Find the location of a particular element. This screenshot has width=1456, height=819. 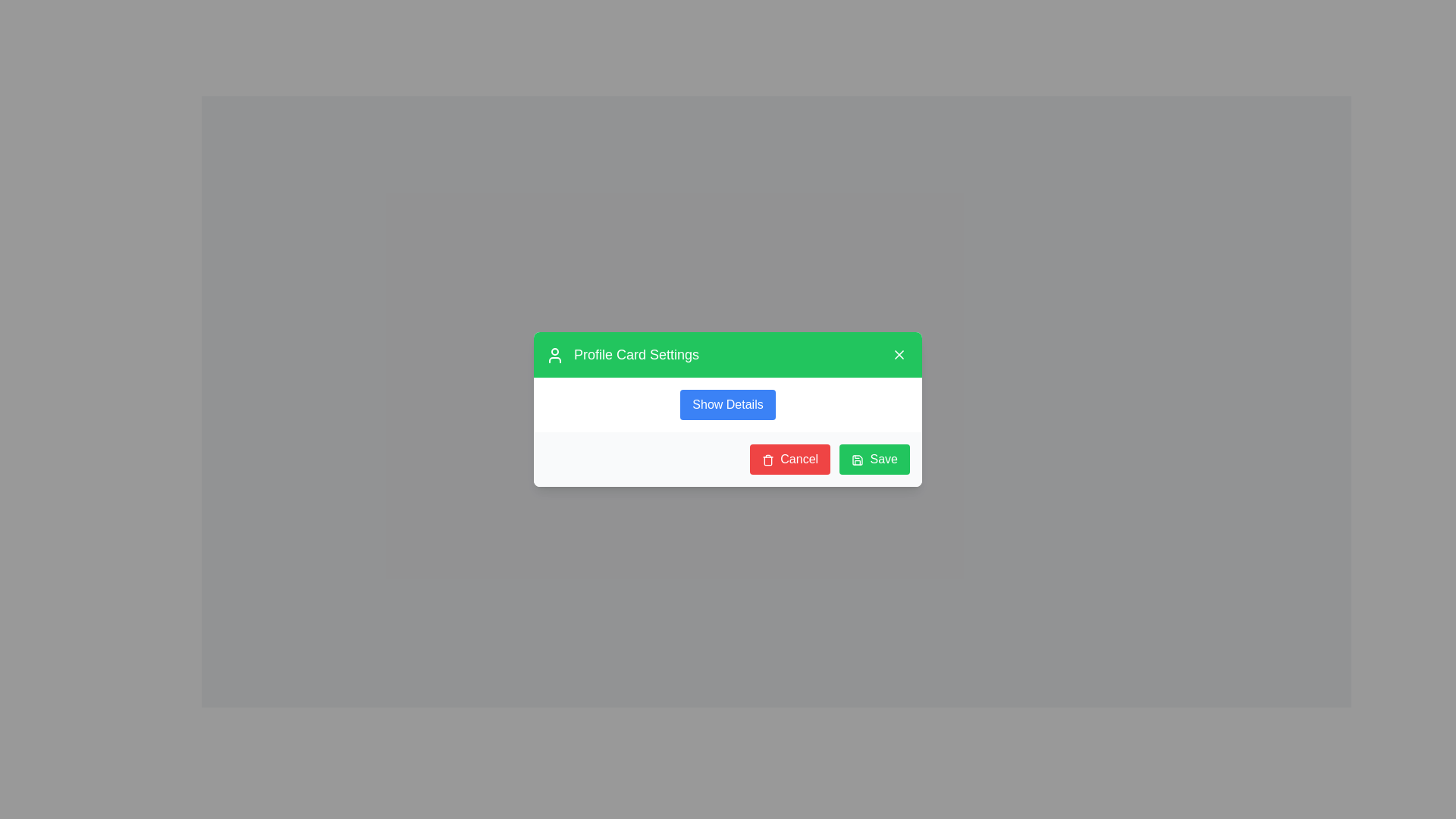

the user avatar icon SVG graphic element located in the top-left corner of the modal dialog box, positioned to the left of the text 'Profile Card Settings' is located at coordinates (554, 356).